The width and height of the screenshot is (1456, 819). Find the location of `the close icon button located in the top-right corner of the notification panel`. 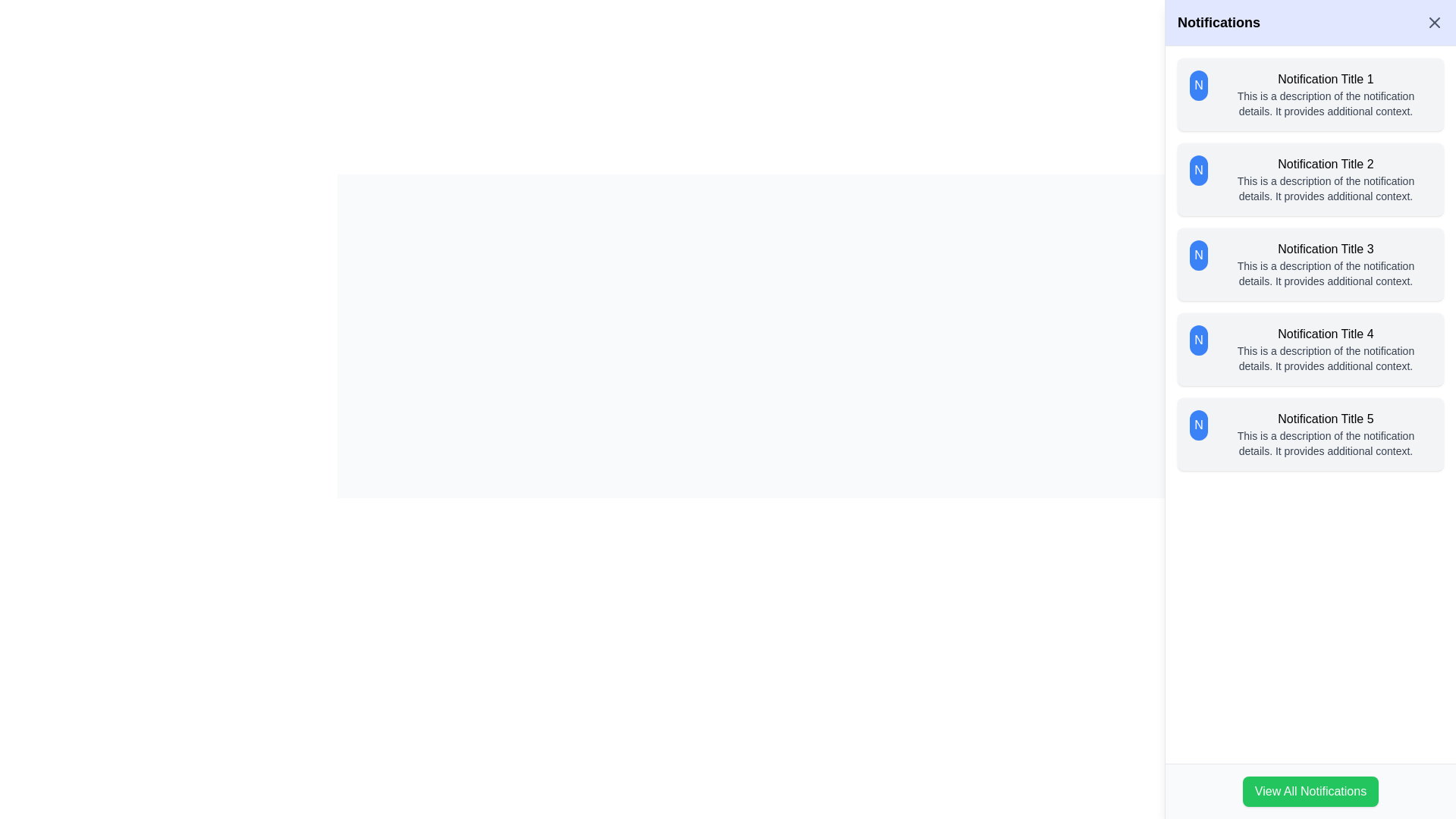

the close icon button located in the top-right corner of the notification panel is located at coordinates (1433, 23).